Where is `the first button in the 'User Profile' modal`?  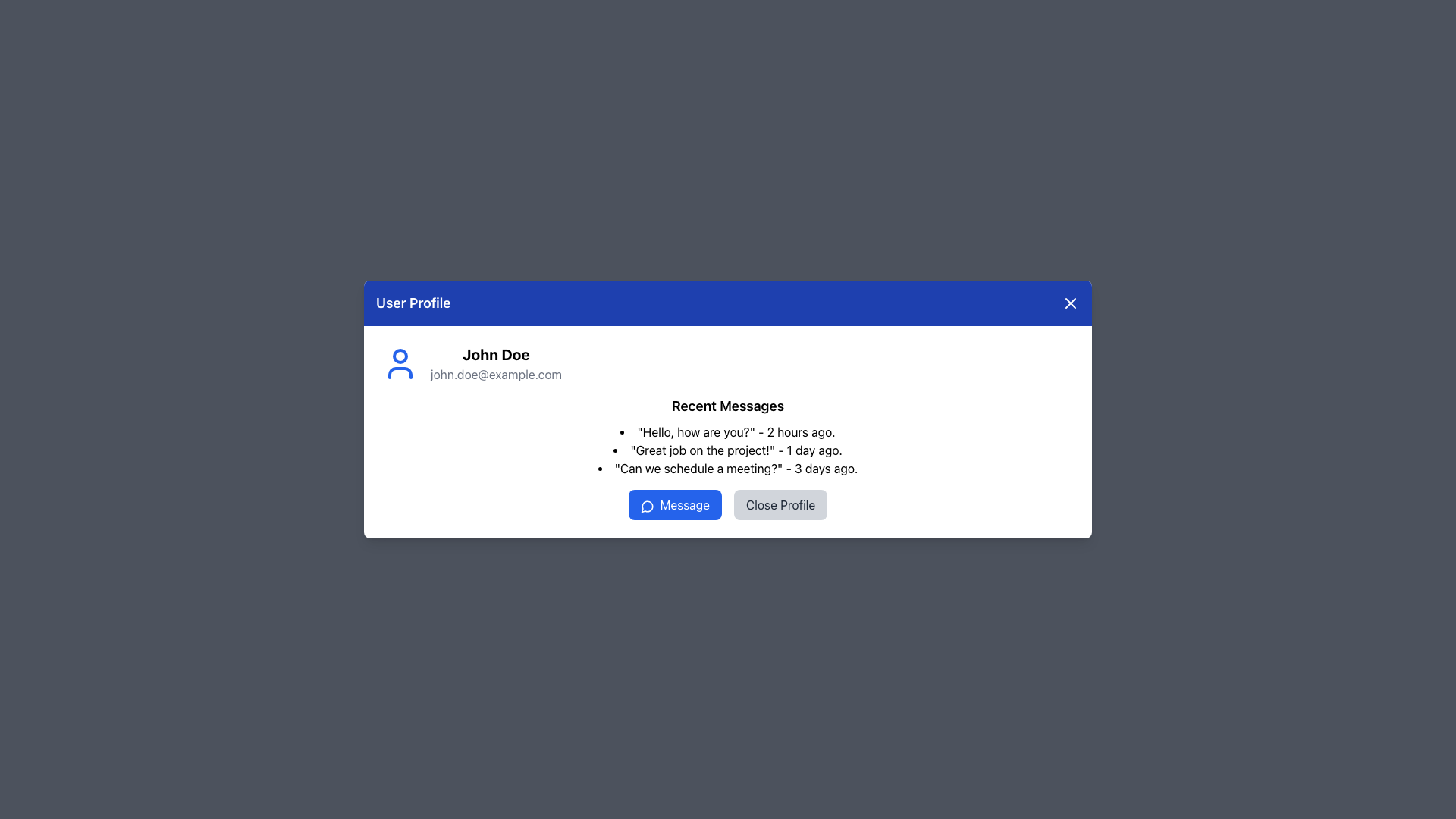 the first button in the 'User Profile' modal is located at coordinates (674, 505).